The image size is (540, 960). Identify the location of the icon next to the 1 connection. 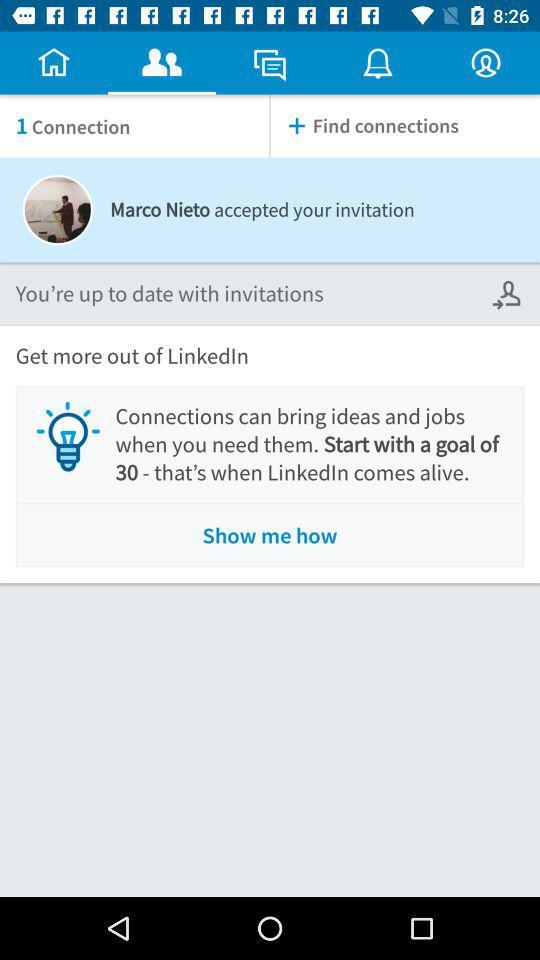
(405, 125).